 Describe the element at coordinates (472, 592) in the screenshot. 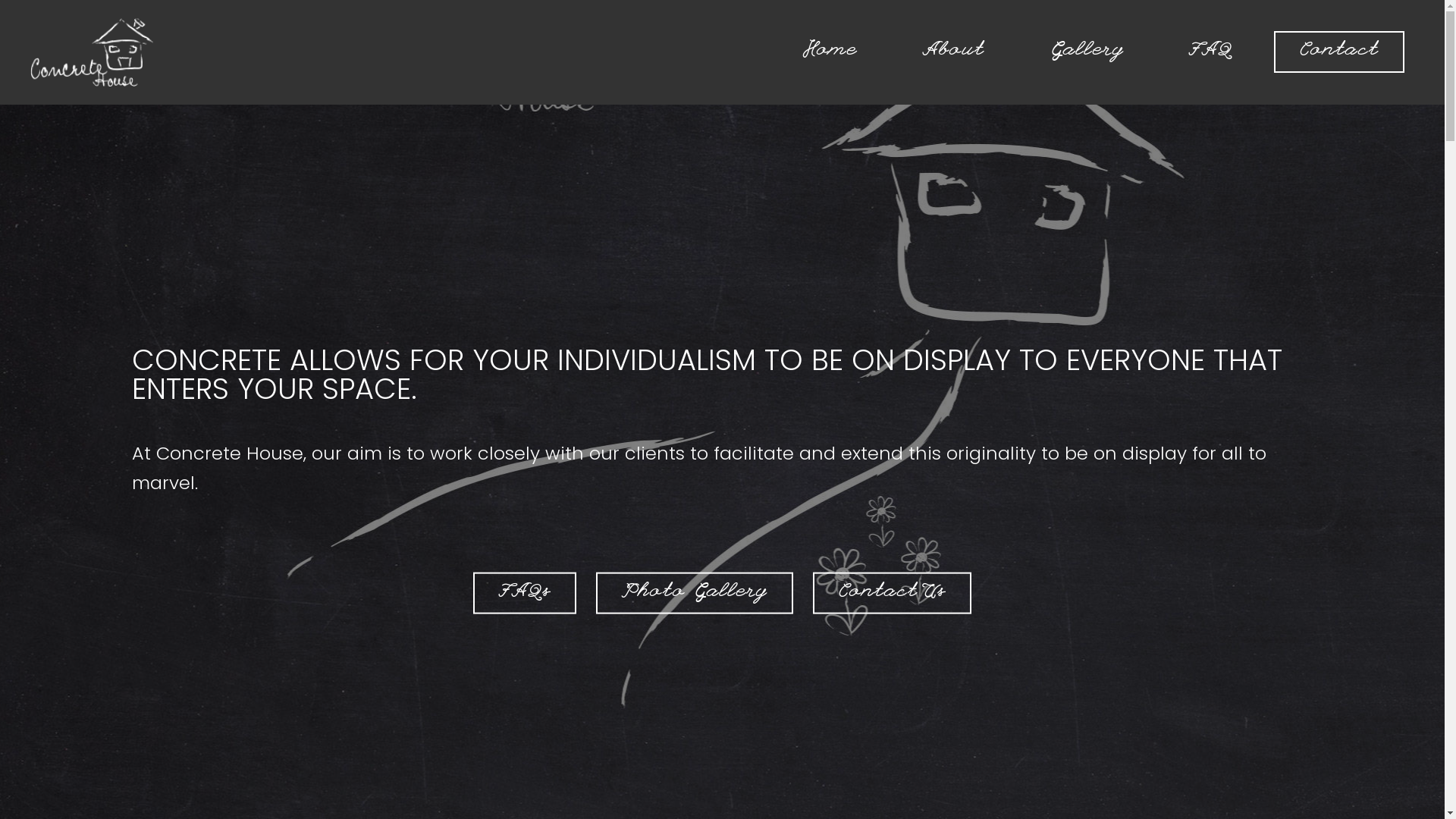

I see `'FAQs'` at that location.